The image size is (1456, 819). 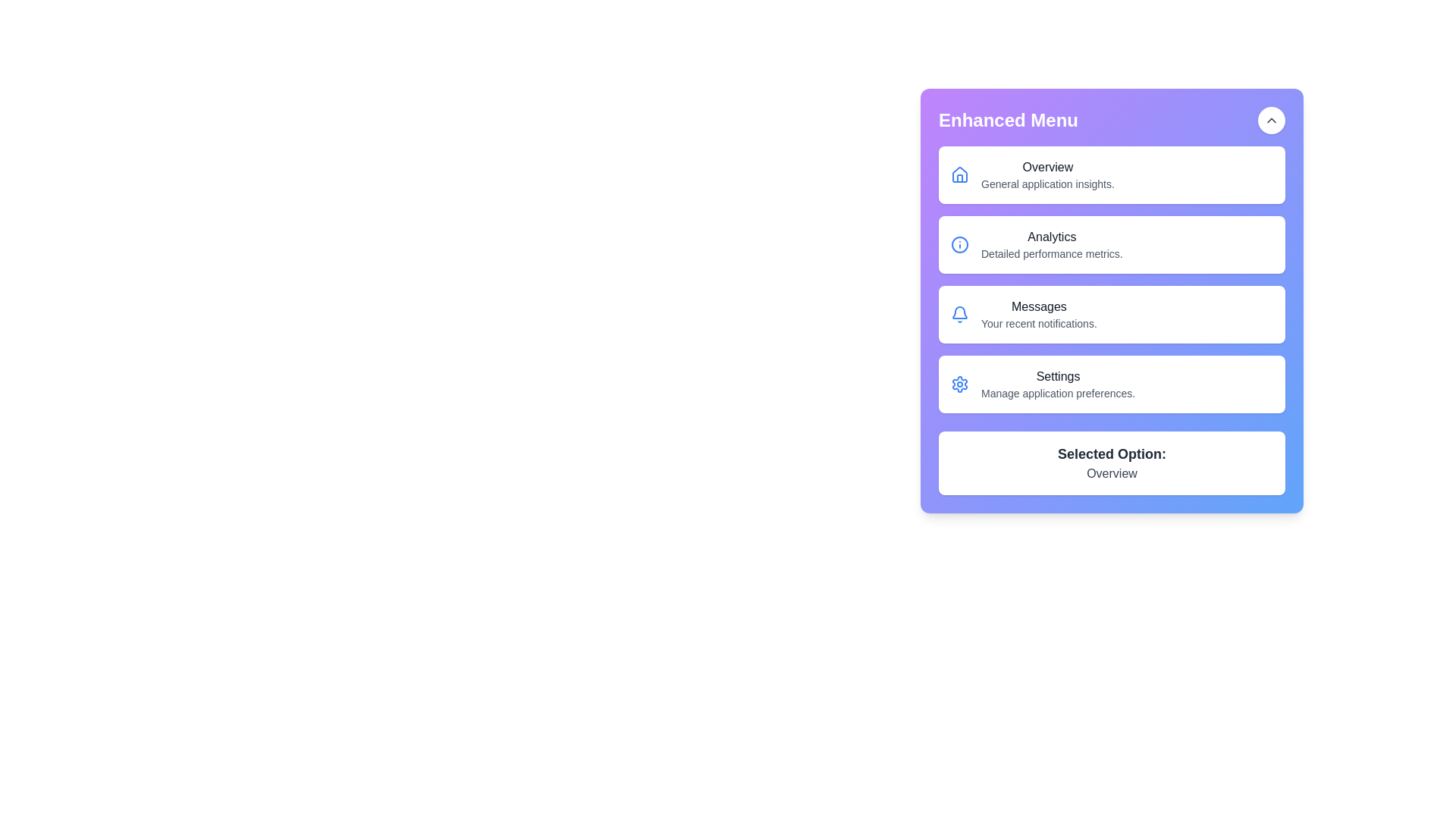 What do you see at coordinates (1271, 119) in the screenshot?
I see `the circular button with a white background and upward-pointing chevron icon located at the top right corner of the 'Enhanced Menu' section to observe its styling change` at bounding box center [1271, 119].